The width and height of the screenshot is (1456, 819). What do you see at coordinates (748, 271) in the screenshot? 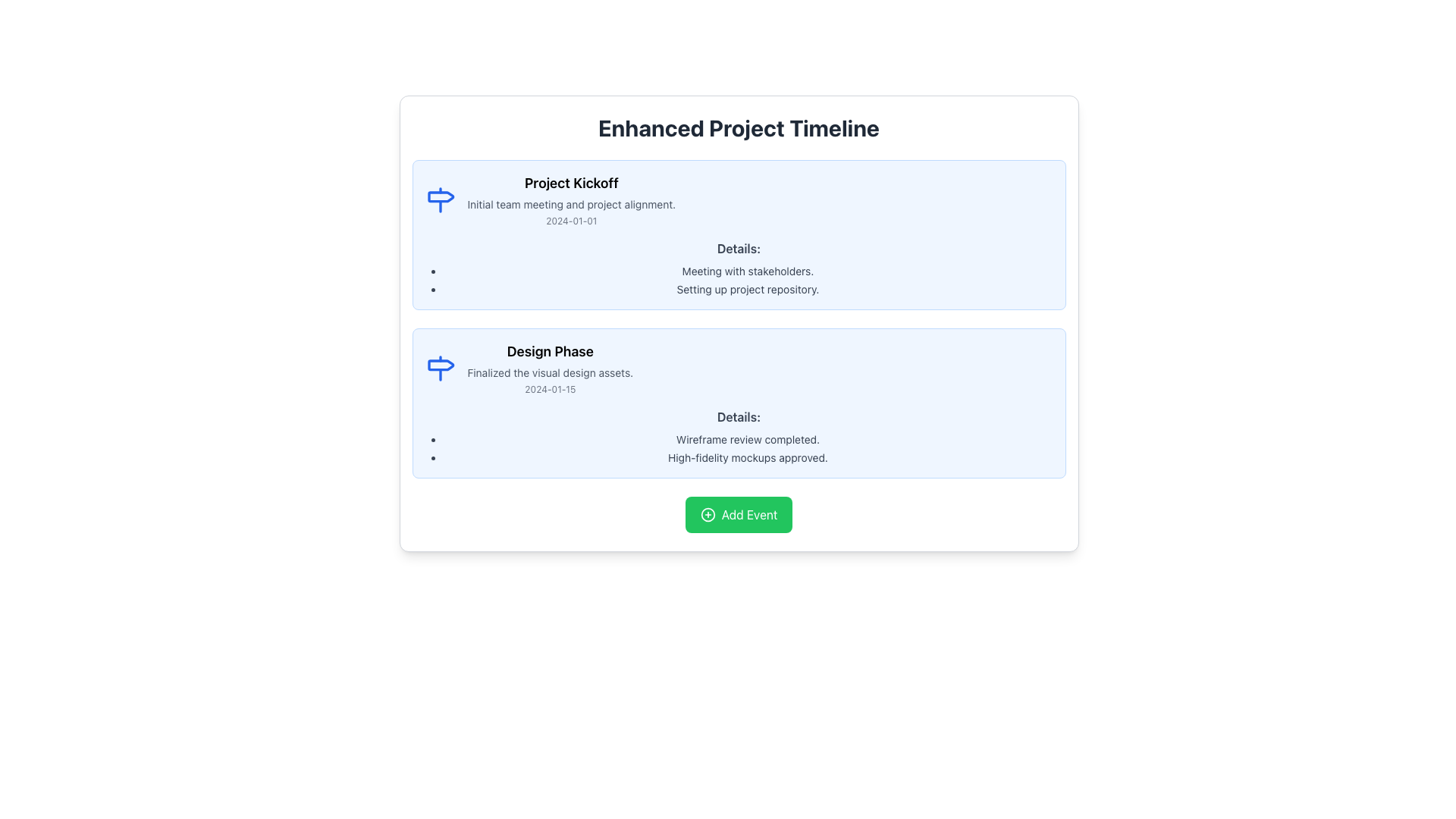
I see `the first bullet list item in the 'Details' section of the 'Project Kickoff' phase, which details a meeting with stakeholders` at bounding box center [748, 271].